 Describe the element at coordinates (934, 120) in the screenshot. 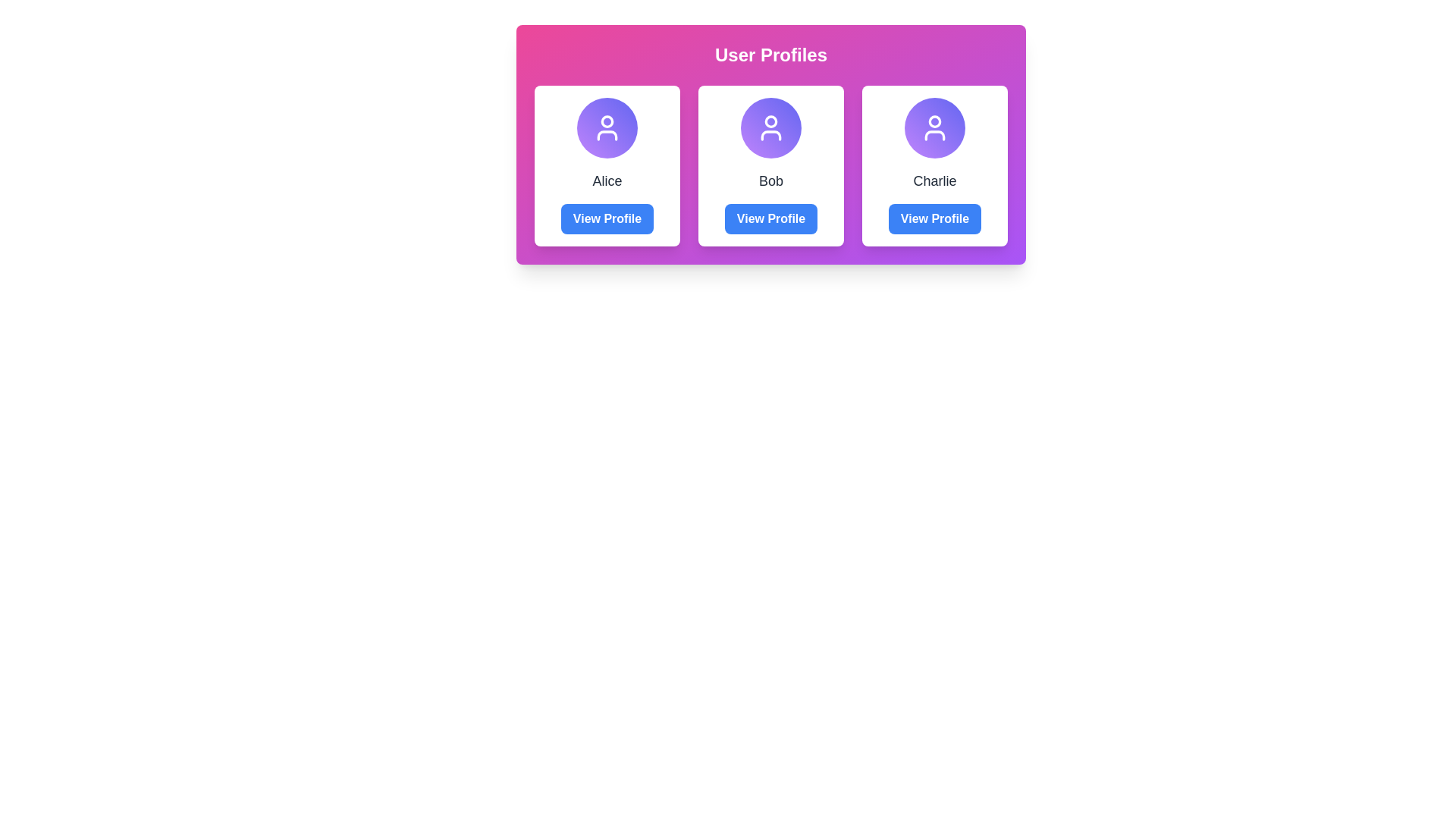

I see `the small circular component representing the head of the user profile icon for 'Charlie' located at the top of the profile card` at that location.